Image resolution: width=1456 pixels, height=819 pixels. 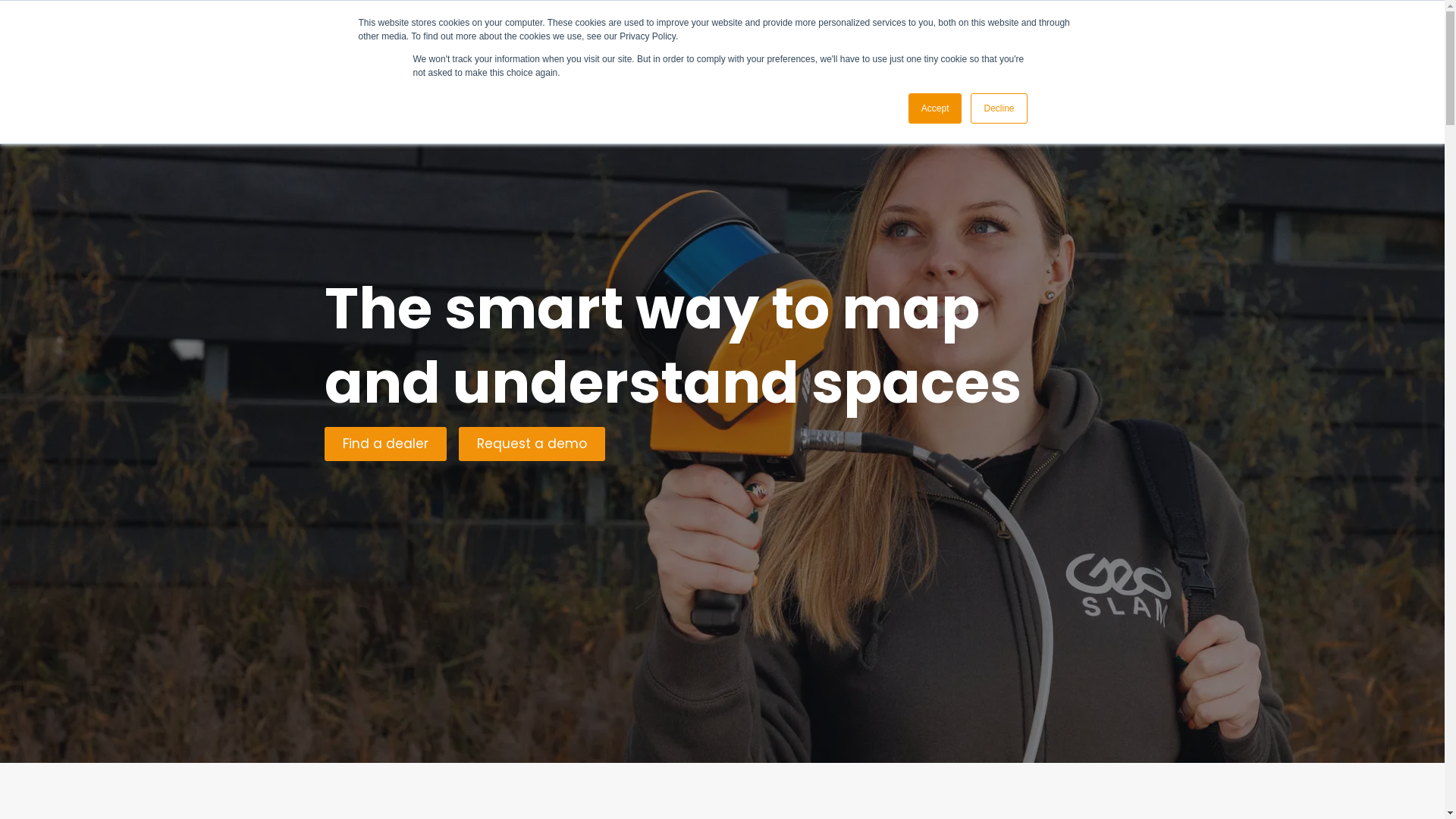 What do you see at coordinates (934, 107) in the screenshot?
I see `'Accept'` at bounding box center [934, 107].